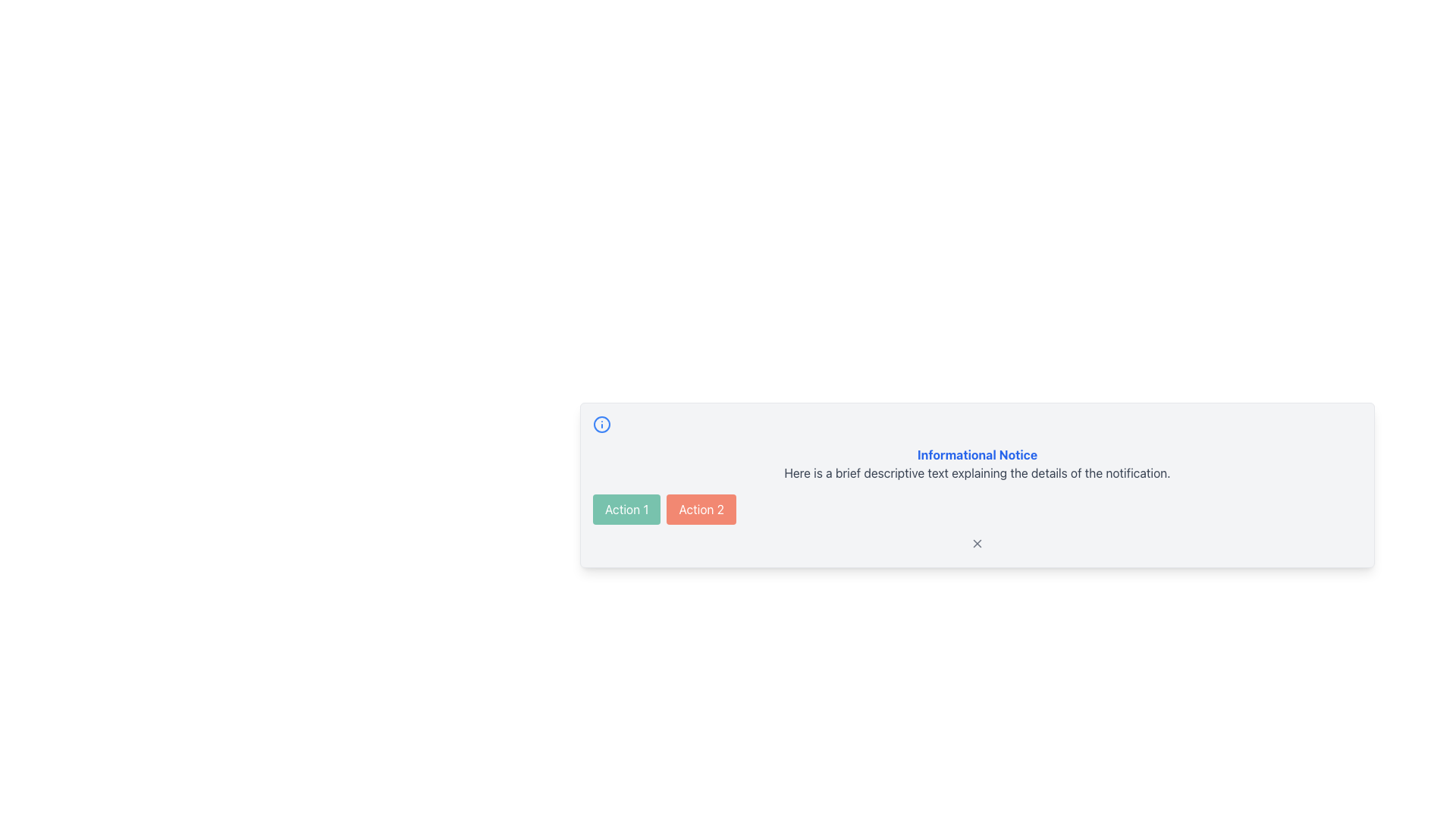 Image resolution: width=1456 pixels, height=819 pixels. What do you see at coordinates (977, 543) in the screenshot?
I see `the close icon button located at the bottom-right corner of the notification` at bounding box center [977, 543].